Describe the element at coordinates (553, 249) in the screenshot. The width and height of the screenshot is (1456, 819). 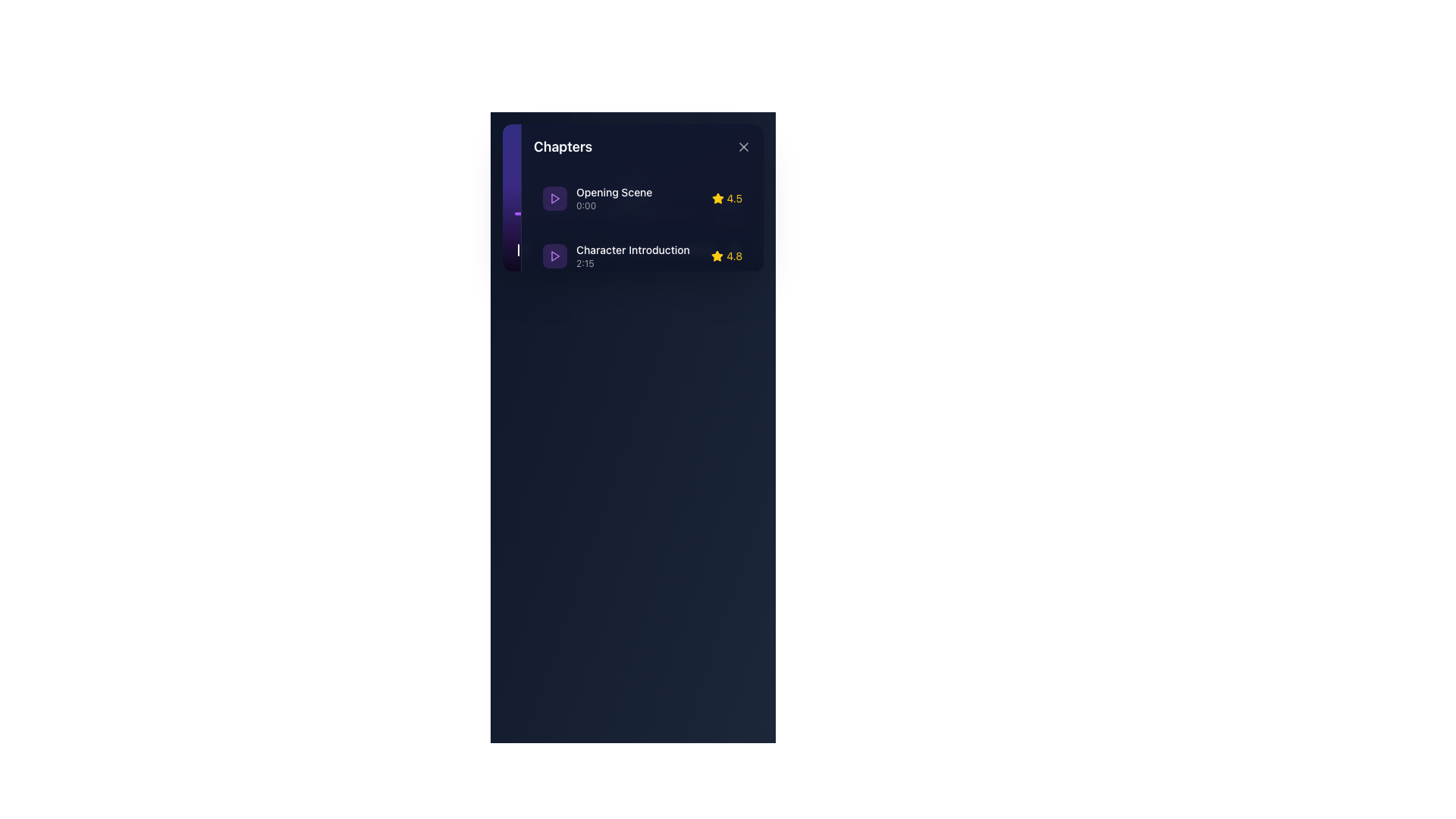
I see `the play button for the second chapter titled 'Character Introduction'` at that location.